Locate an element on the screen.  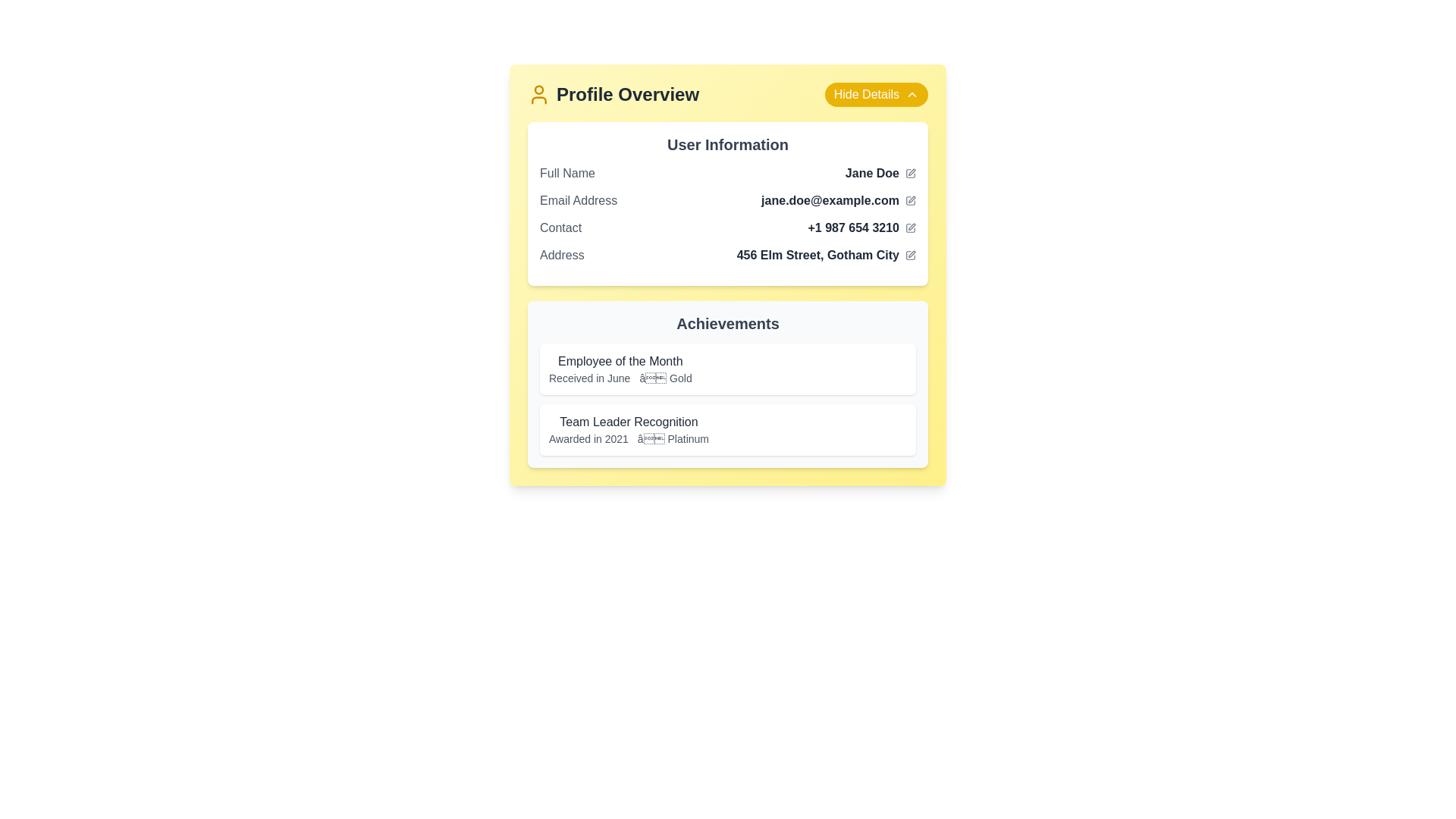
the button in the upper right of the 'Profile Overview' section is located at coordinates (876, 94).